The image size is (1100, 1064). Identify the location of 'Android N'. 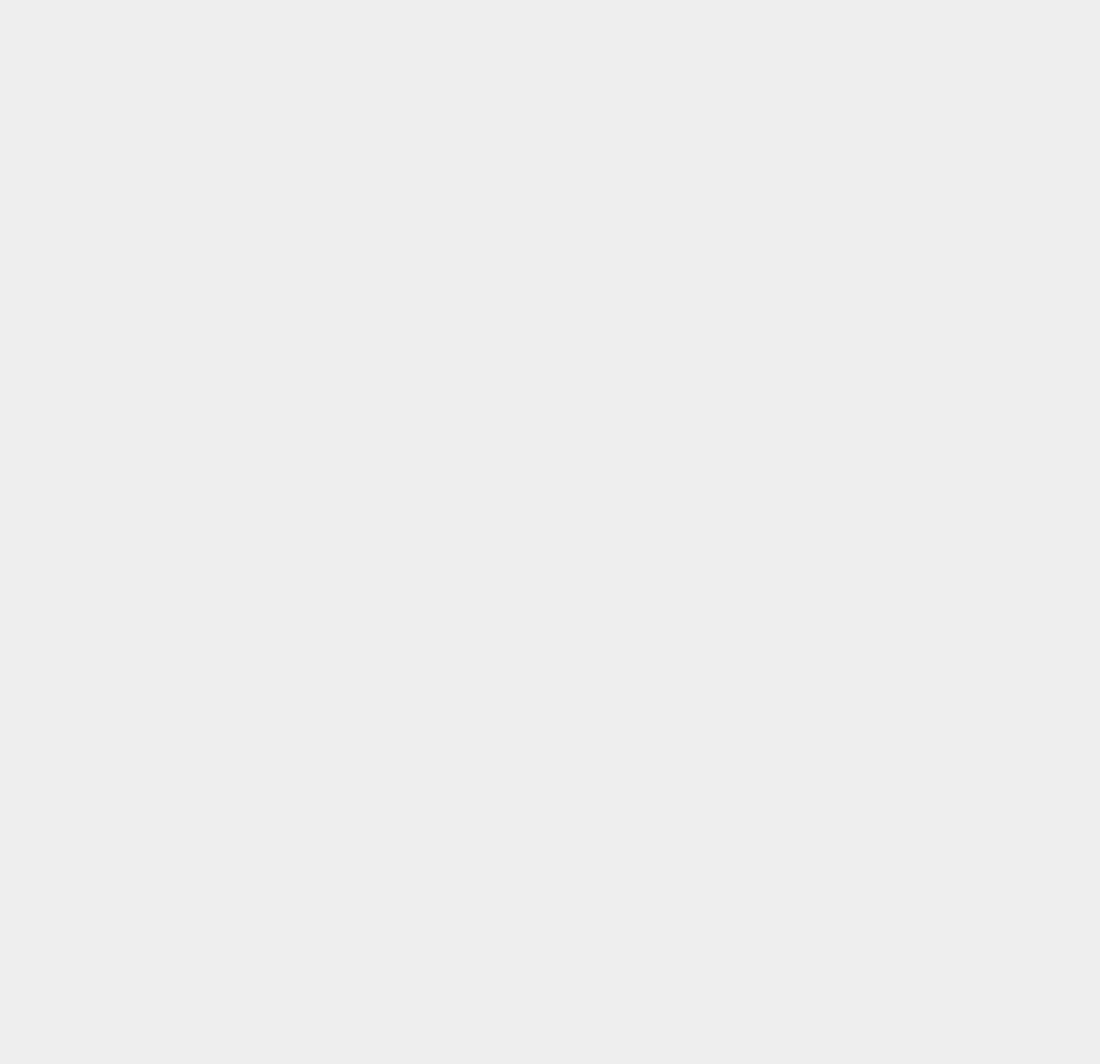
(809, 36).